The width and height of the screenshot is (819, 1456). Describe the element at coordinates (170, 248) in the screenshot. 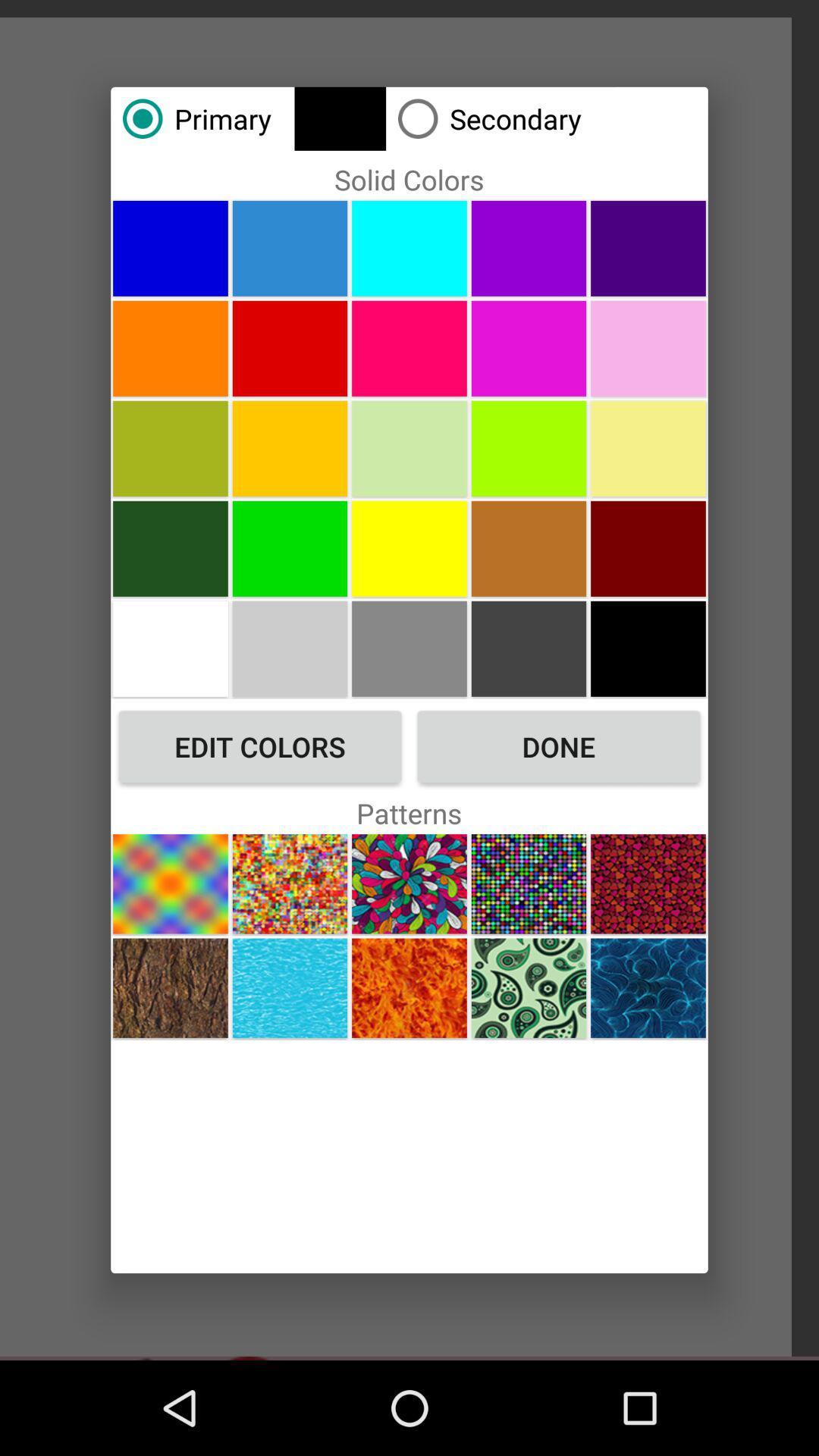

I see `the item below the primary icon` at that location.